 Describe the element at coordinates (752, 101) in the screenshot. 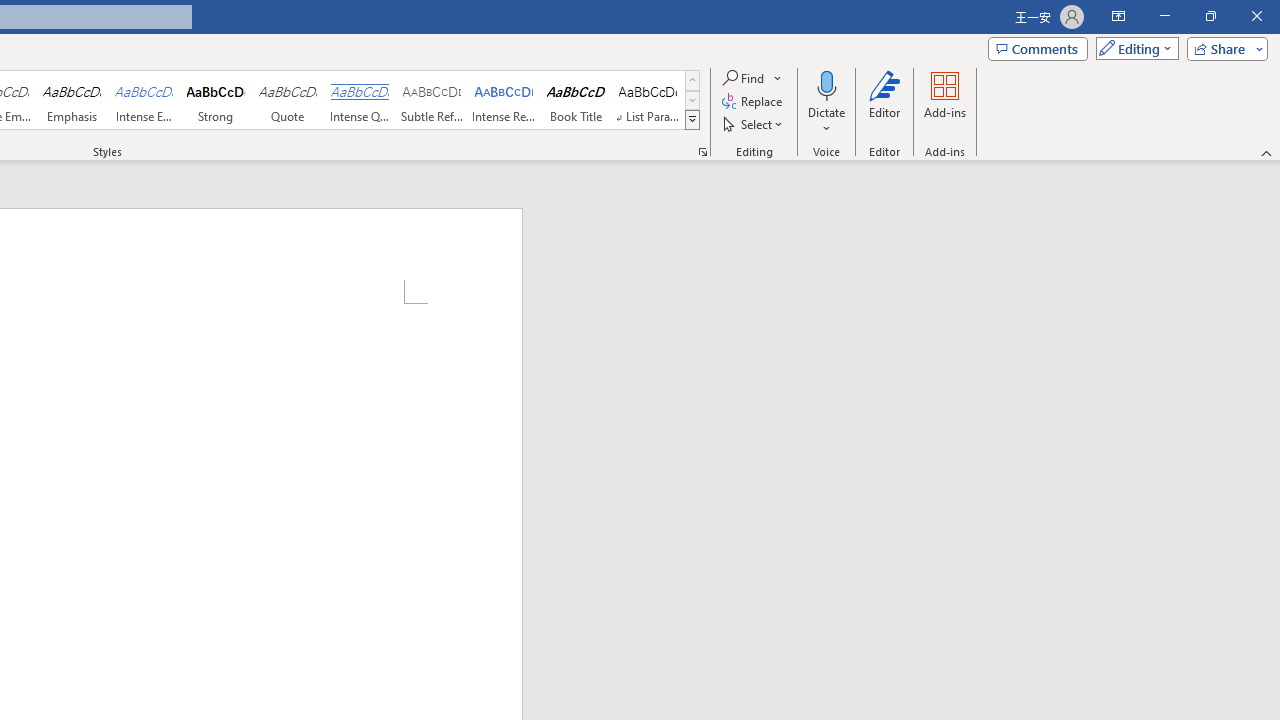

I see `'Replace...'` at that location.